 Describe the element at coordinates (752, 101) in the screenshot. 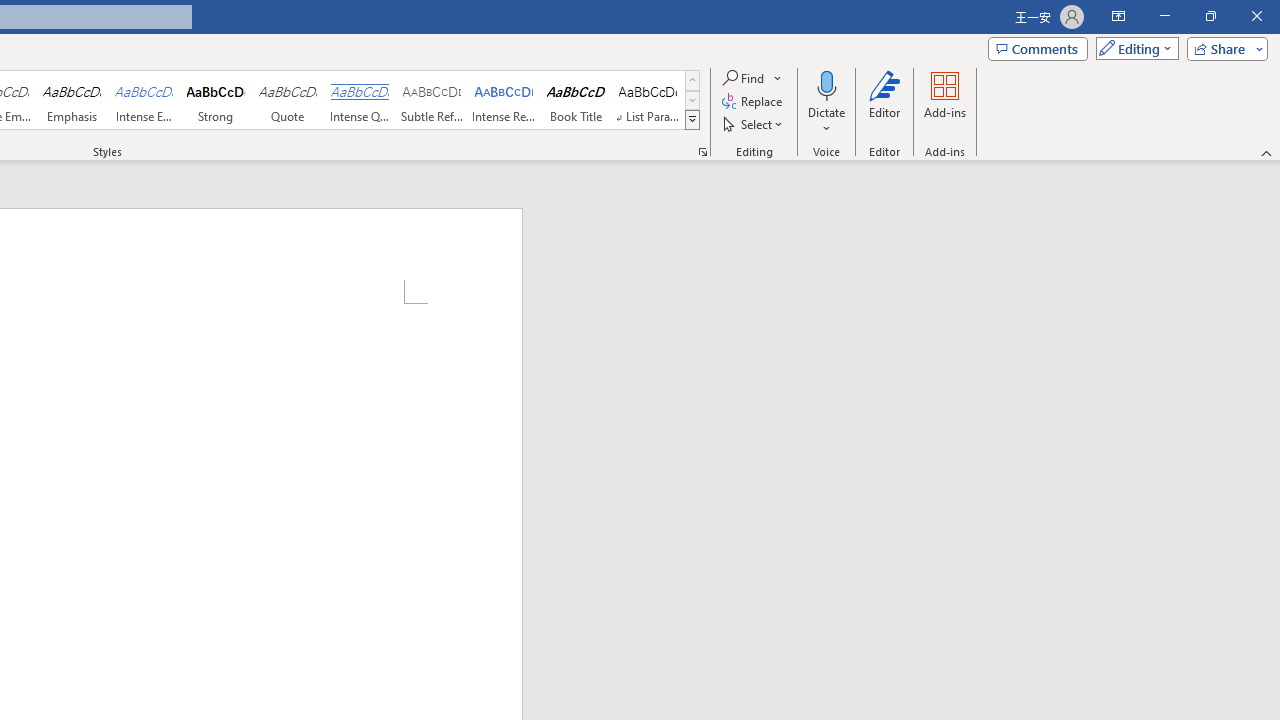

I see `'Replace...'` at that location.